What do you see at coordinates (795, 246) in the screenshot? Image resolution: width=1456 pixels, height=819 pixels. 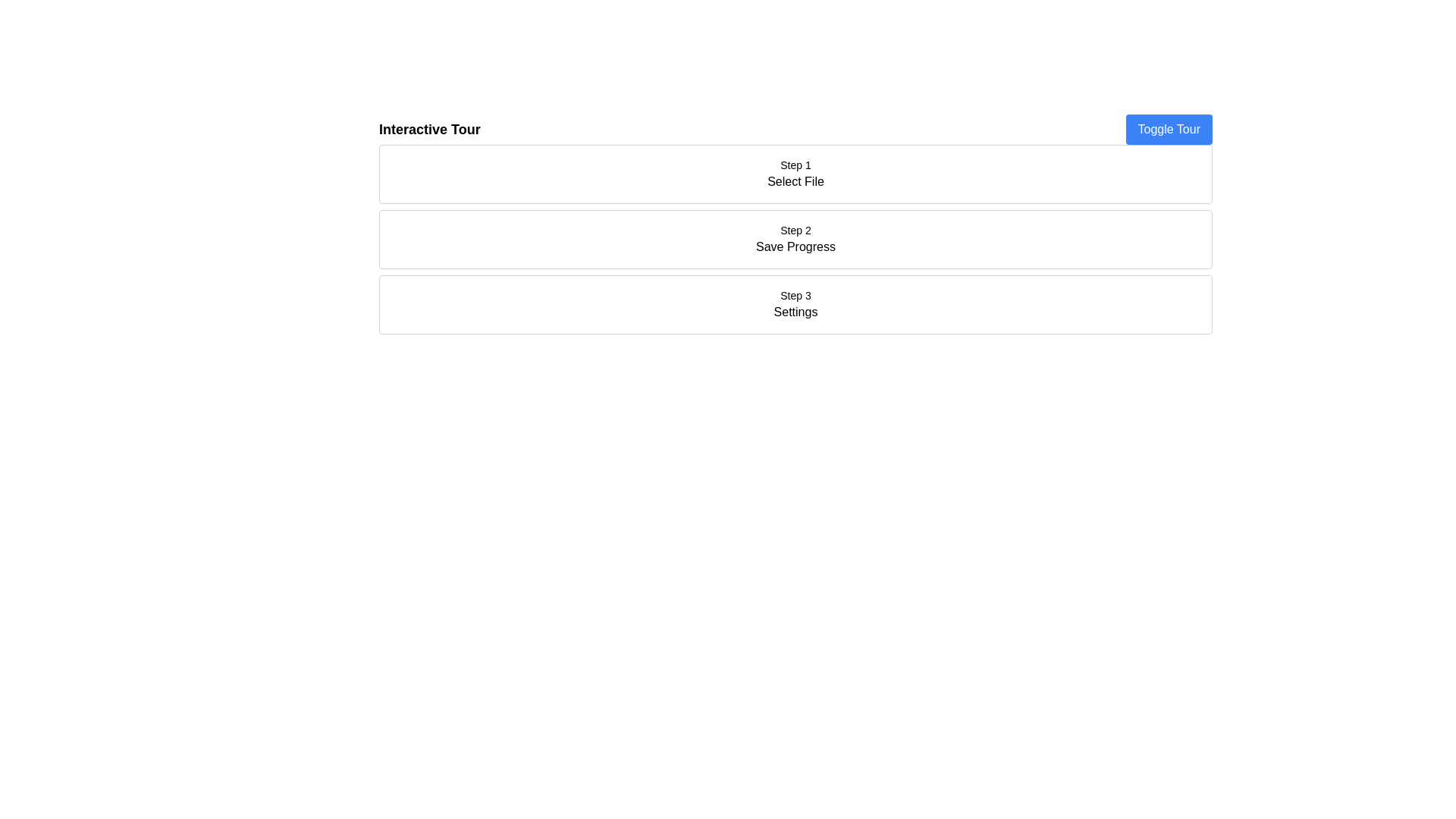 I see `the 'Save Progress' static text label, which is styled in a standard sans-serif font and positioned beneath the 'Step 2' title` at bounding box center [795, 246].